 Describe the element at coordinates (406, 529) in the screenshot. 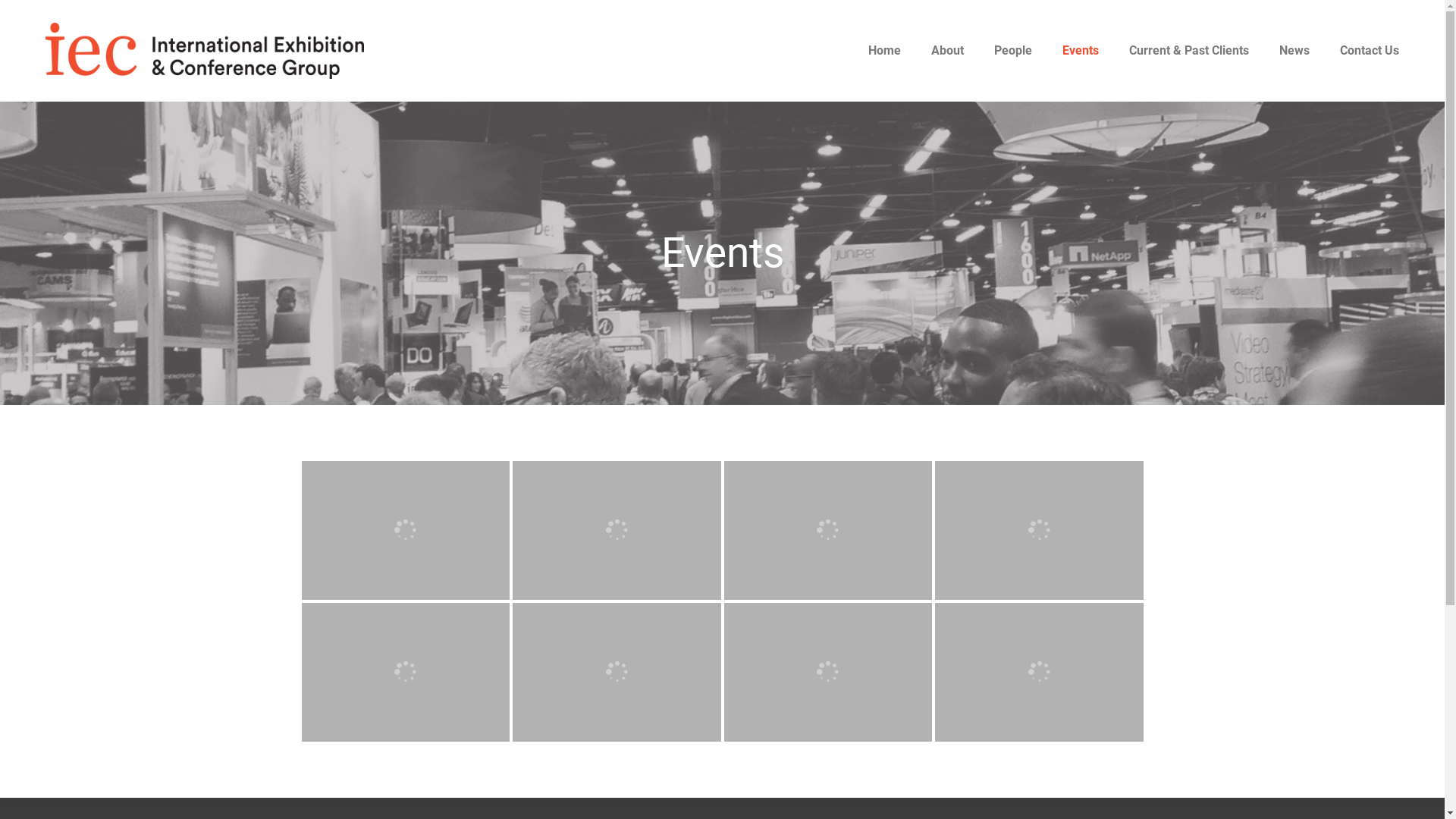

I see `'Our Events - Modern Manufacturing Expo'` at that location.